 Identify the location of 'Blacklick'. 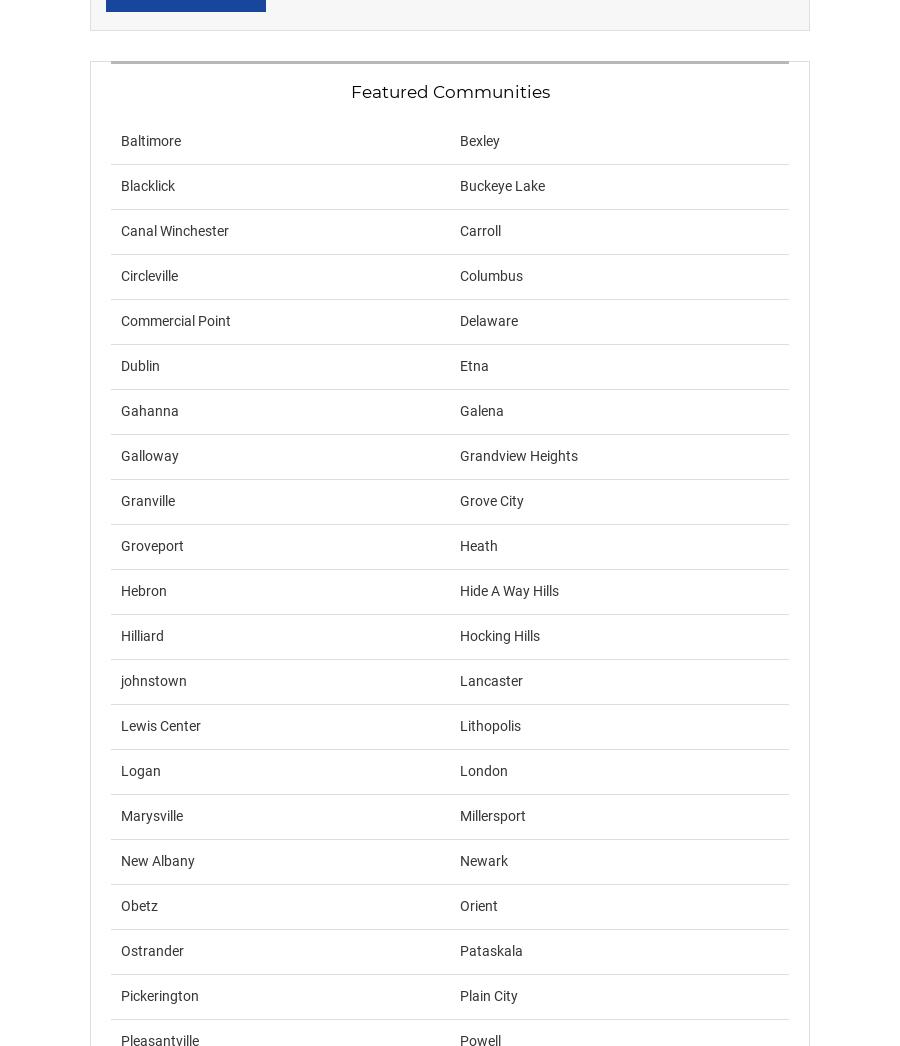
(147, 185).